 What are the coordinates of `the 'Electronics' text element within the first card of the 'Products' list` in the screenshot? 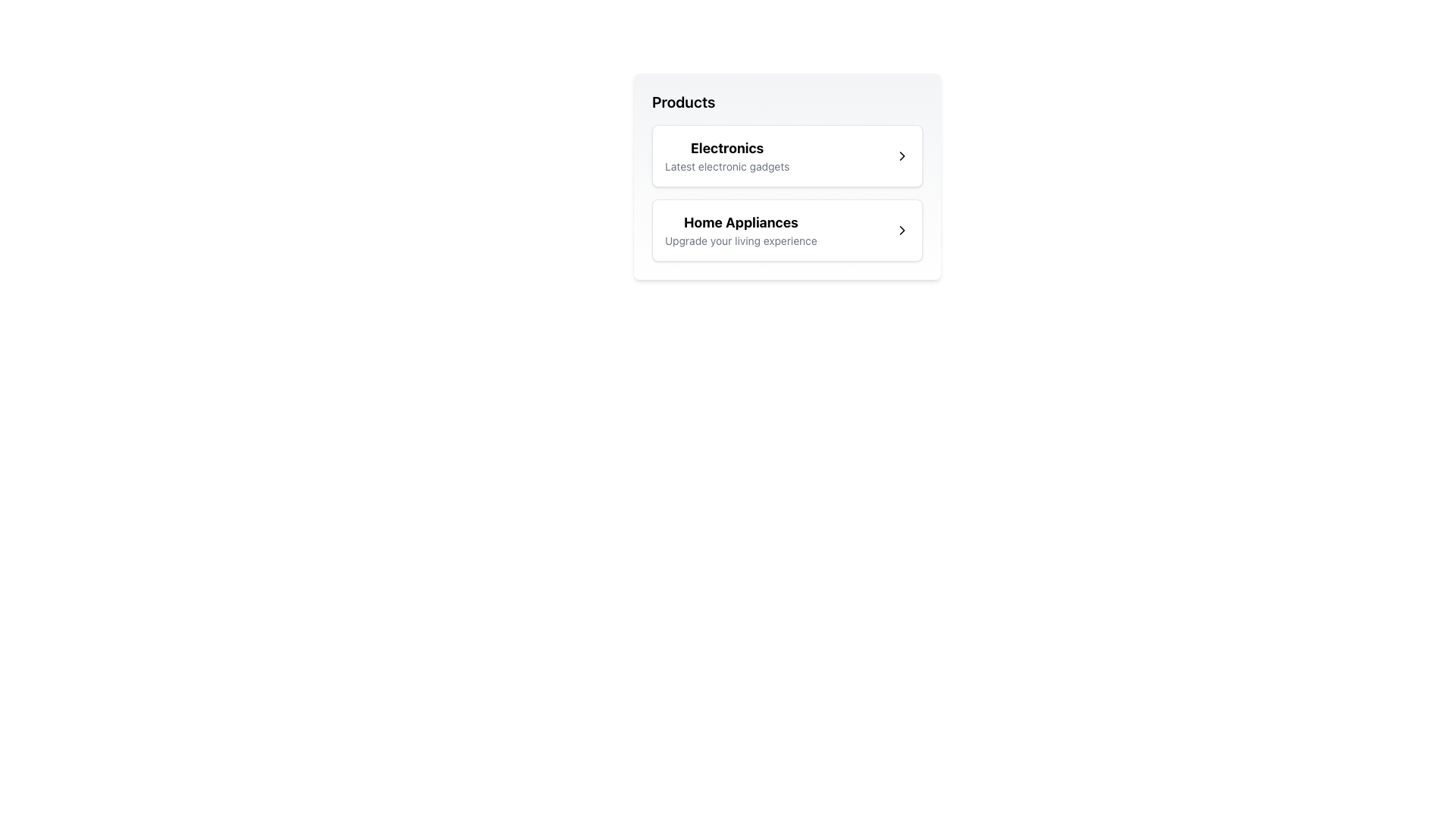 It's located at (726, 155).